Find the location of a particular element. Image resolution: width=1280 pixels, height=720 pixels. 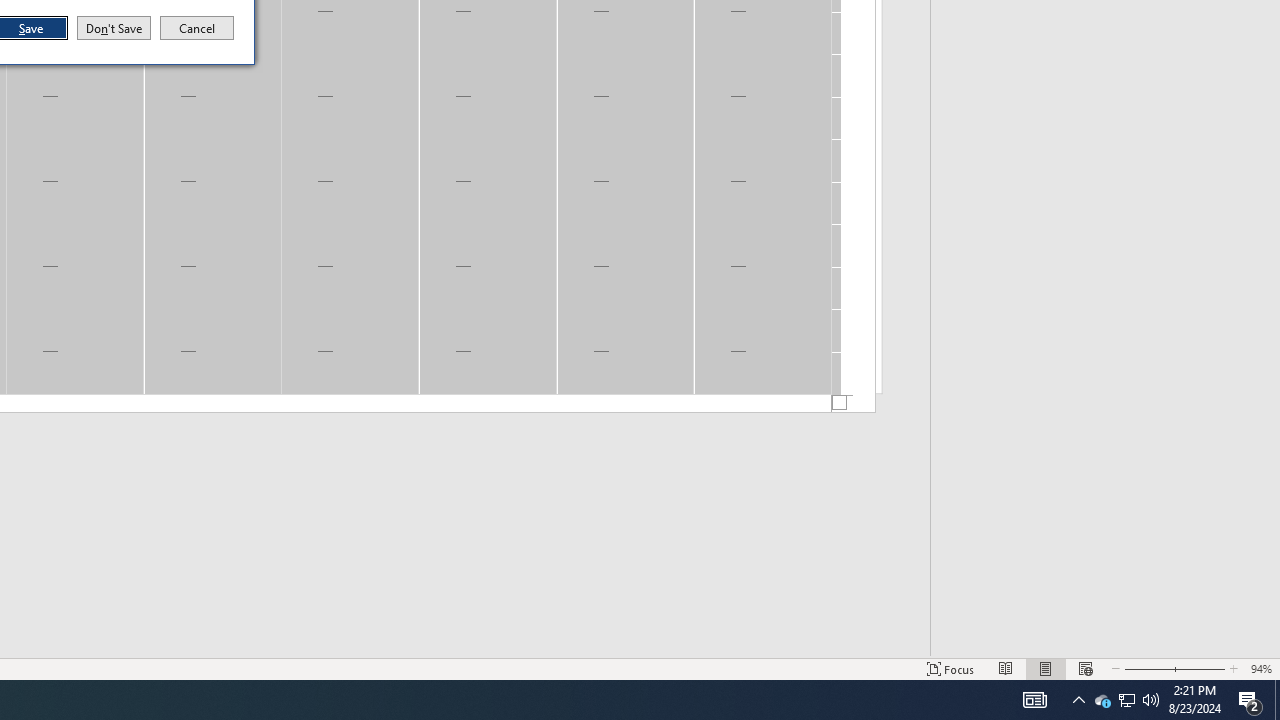

'Don' is located at coordinates (112, 28).